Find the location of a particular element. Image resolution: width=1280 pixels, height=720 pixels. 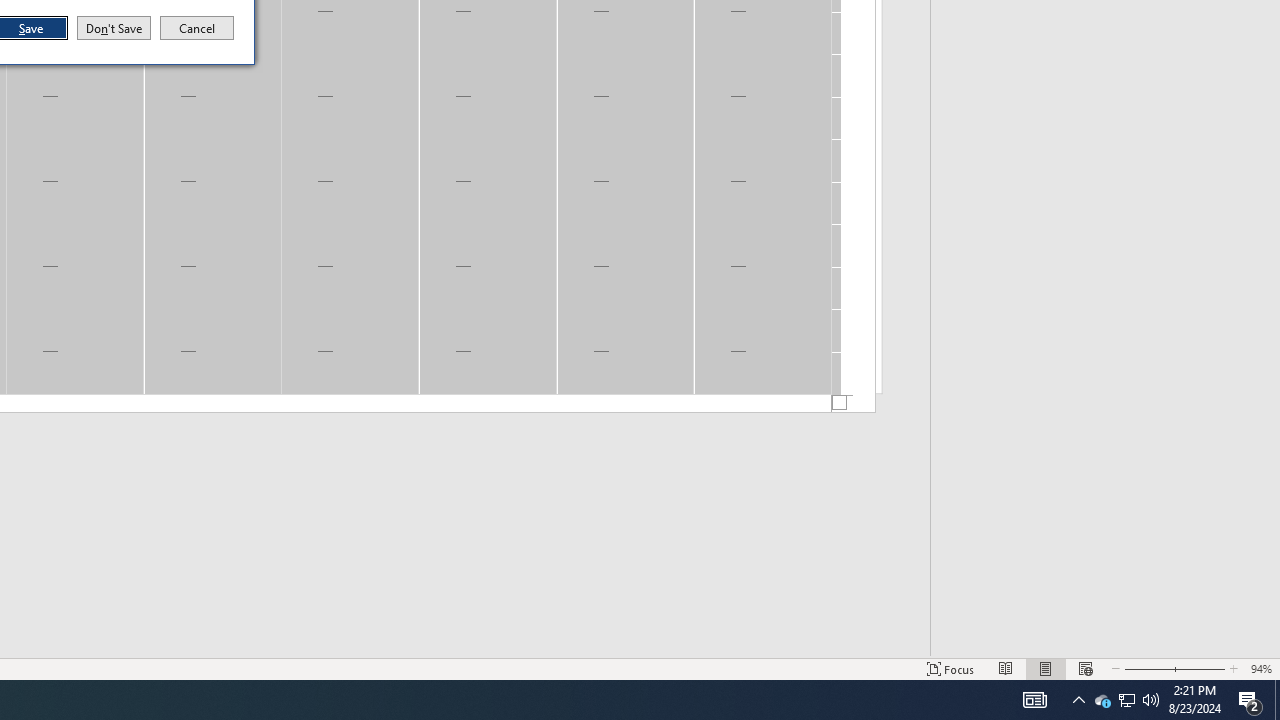

'Don' is located at coordinates (112, 28).